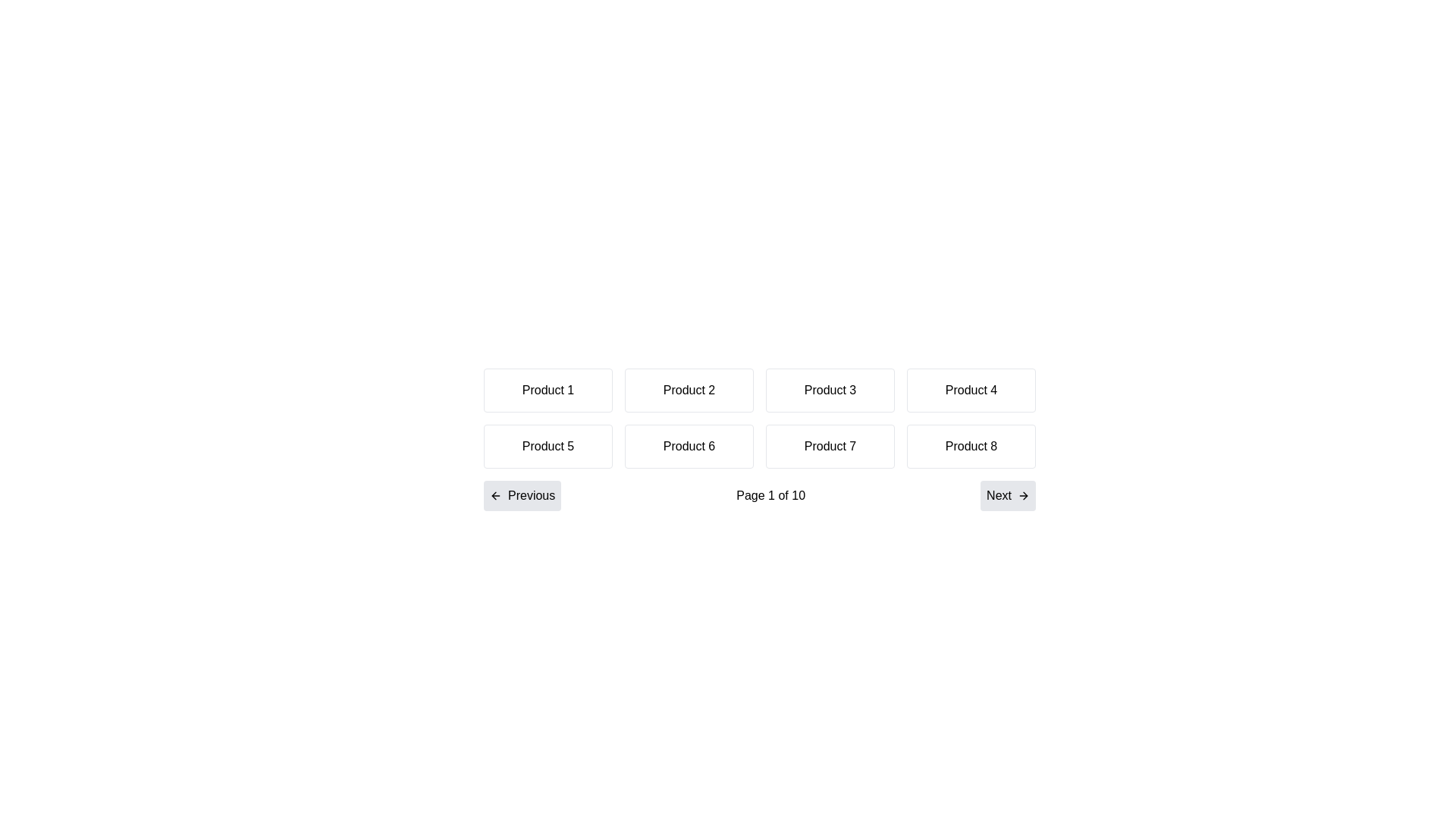 The height and width of the screenshot is (819, 1456). What do you see at coordinates (999, 496) in the screenshot?
I see `the 'Next' button located in the bottom-right corner of the view` at bounding box center [999, 496].